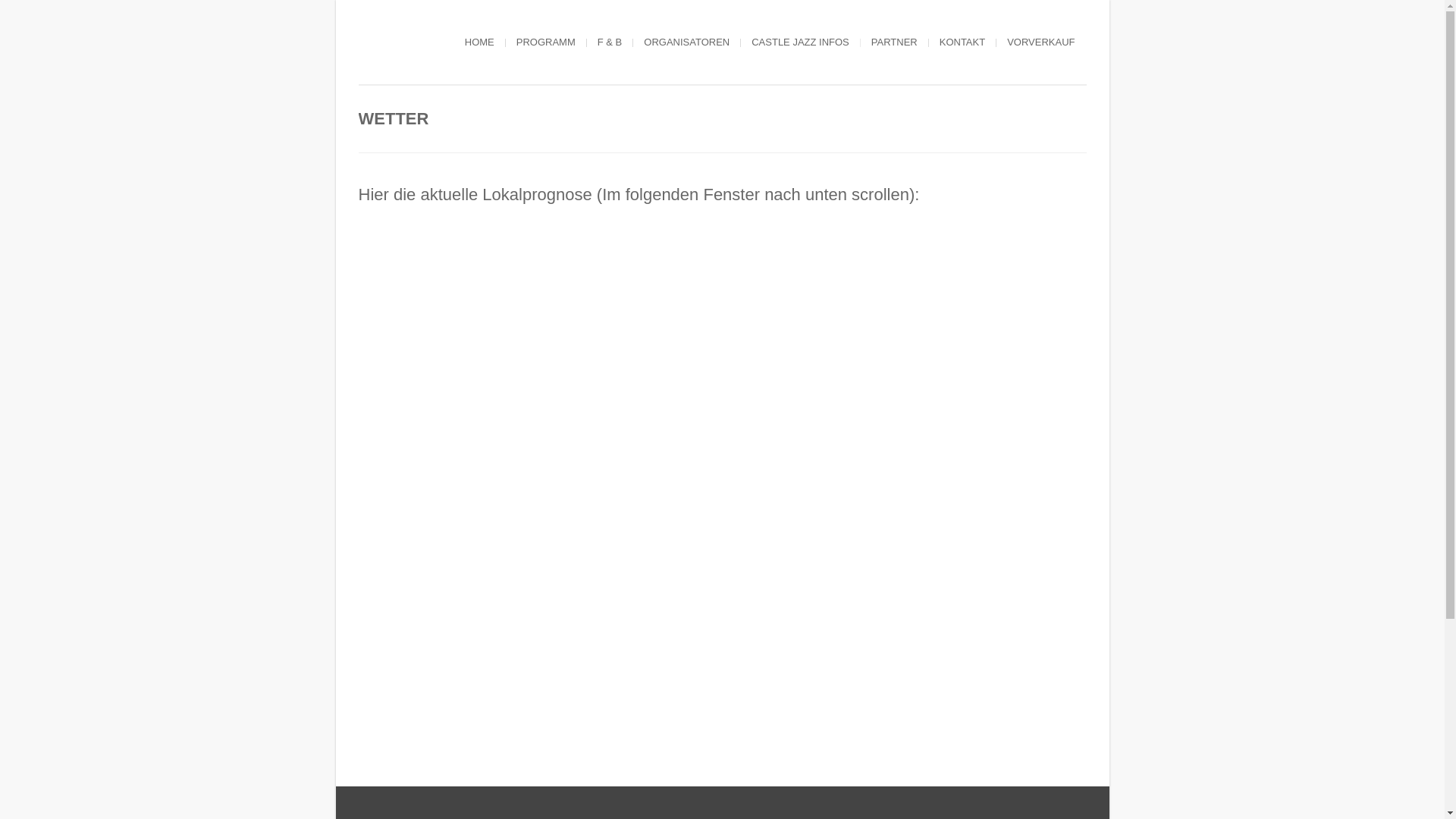  What do you see at coordinates (894, 41) in the screenshot?
I see `'PARTNER'` at bounding box center [894, 41].